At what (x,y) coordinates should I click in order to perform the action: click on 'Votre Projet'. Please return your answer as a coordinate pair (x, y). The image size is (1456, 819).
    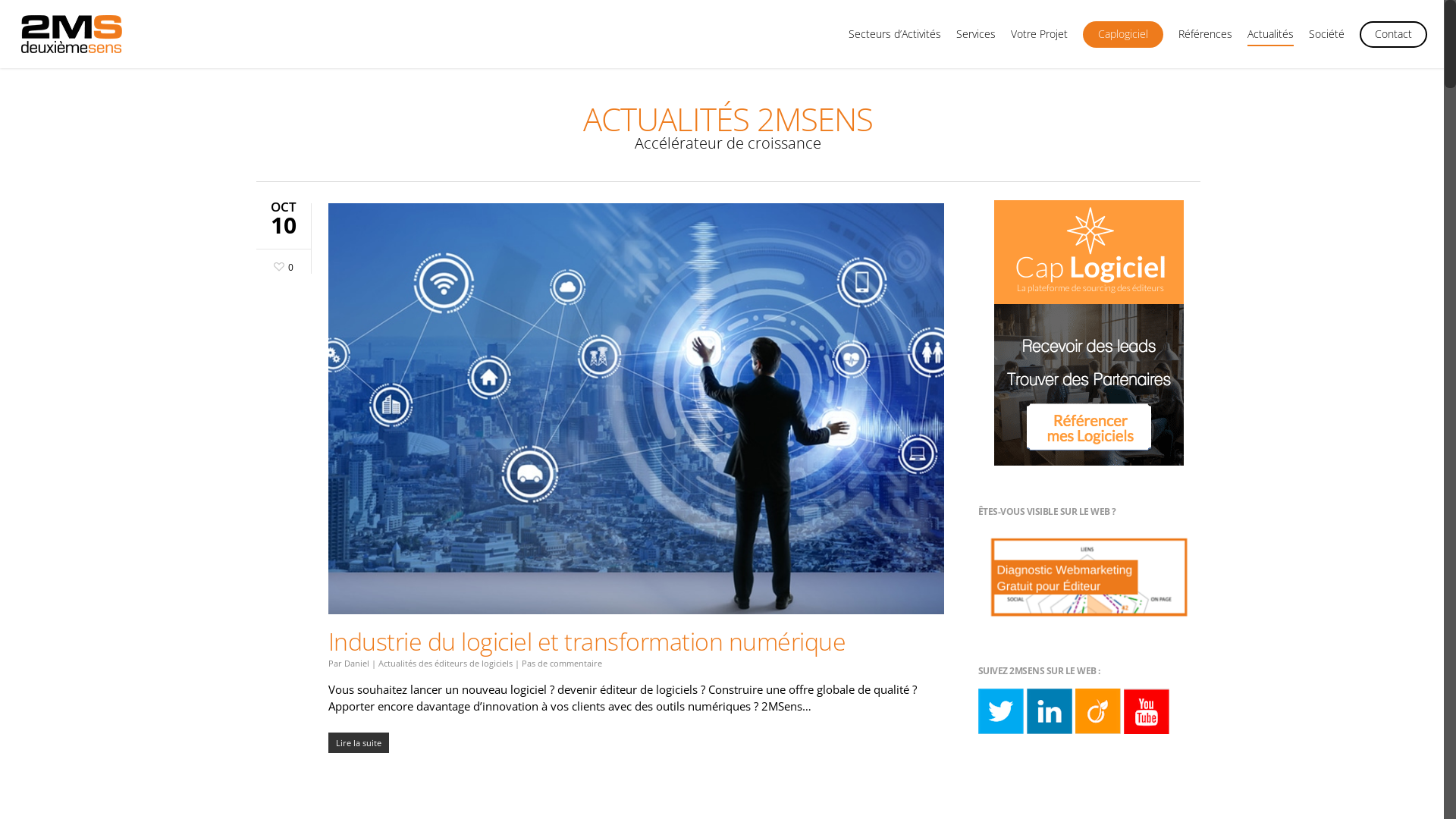
    Looking at the image, I should click on (1011, 40).